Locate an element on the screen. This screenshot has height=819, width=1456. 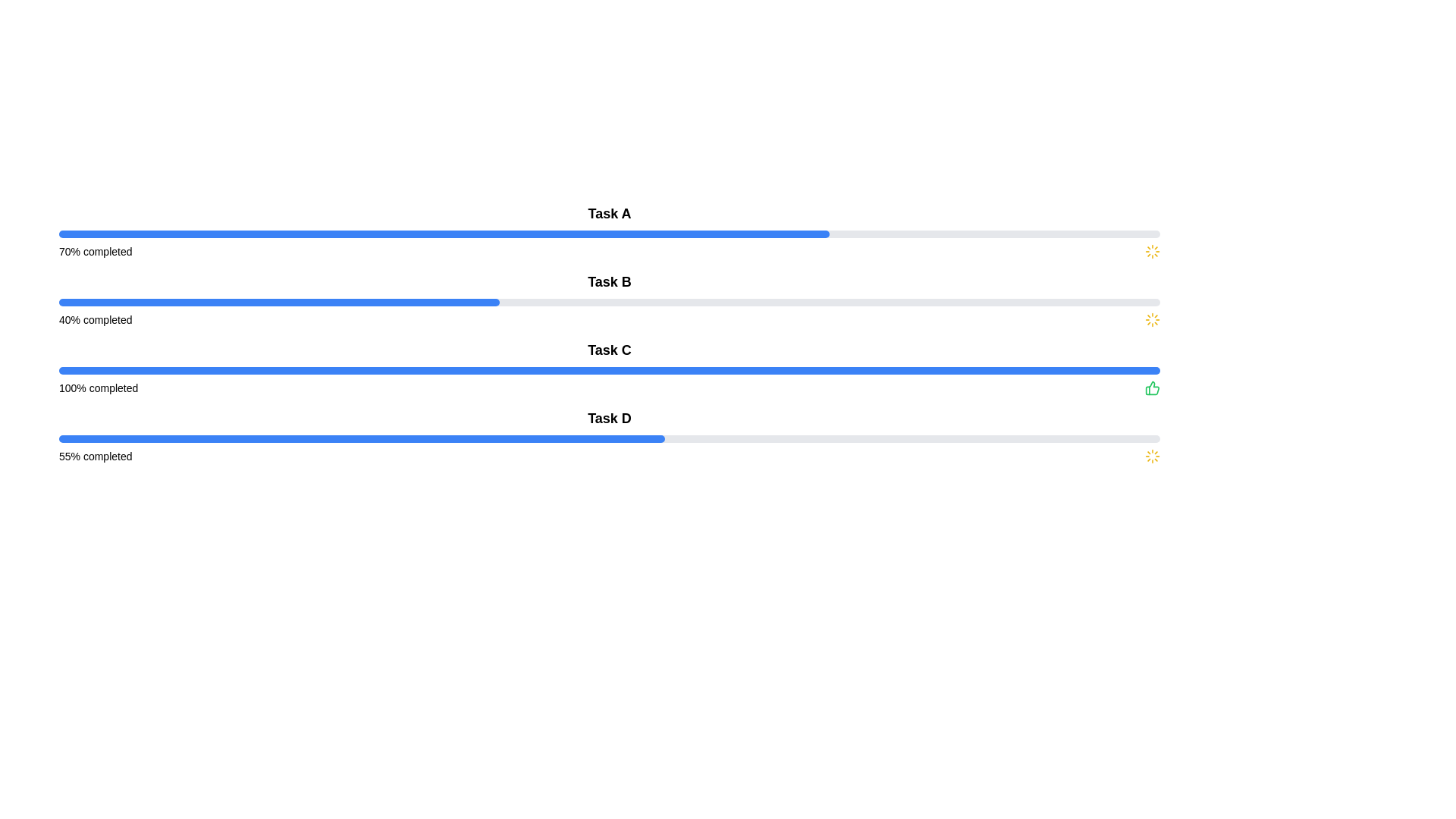
the label stating '100% completed' with a thumbs-up icon in green color, located in the bottom section of the grouping labeled 'Task C' is located at coordinates (610, 388).